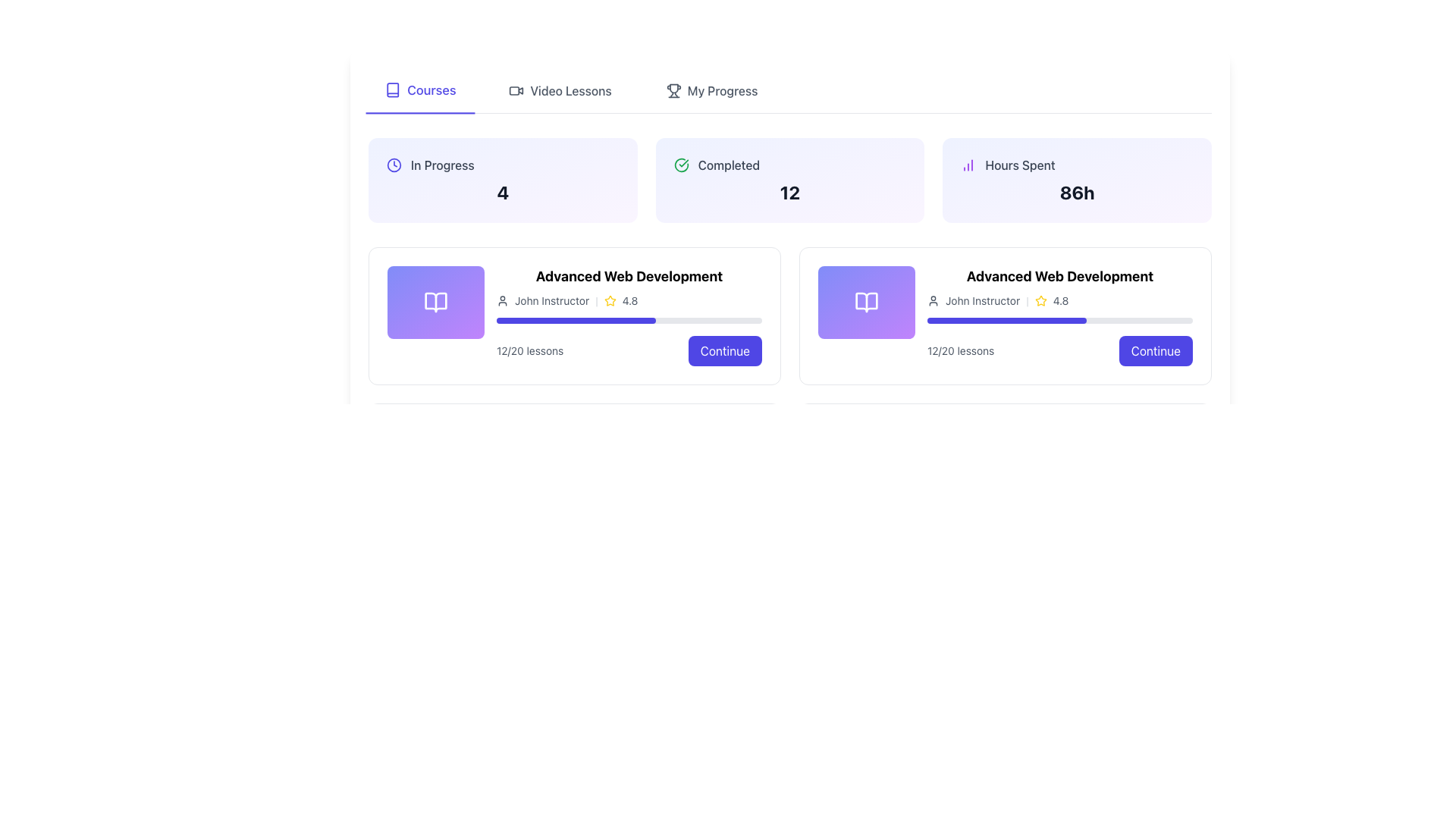  What do you see at coordinates (435, 302) in the screenshot?
I see `the identifying icon for the course 'Advanced Web Development' located on the left side of the dashboard, which is the first icon from the left among similar elements` at bounding box center [435, 302].